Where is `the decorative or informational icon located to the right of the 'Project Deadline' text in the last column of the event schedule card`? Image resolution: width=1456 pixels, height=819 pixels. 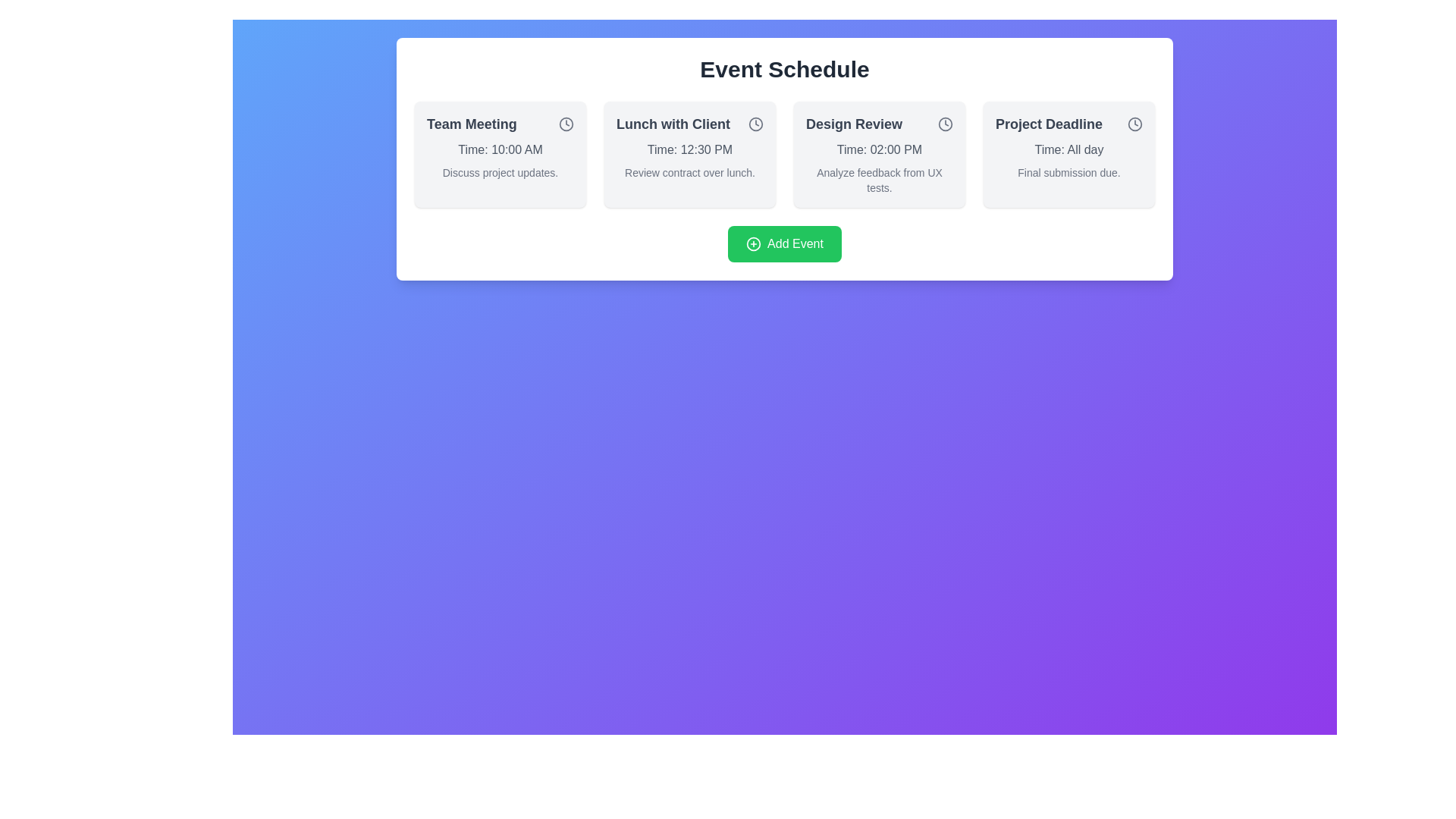
the decorative or informational icon located to the right of the 'Project Deadline' text in the last column of the event schedule card is located at coordinates (1135, 124).